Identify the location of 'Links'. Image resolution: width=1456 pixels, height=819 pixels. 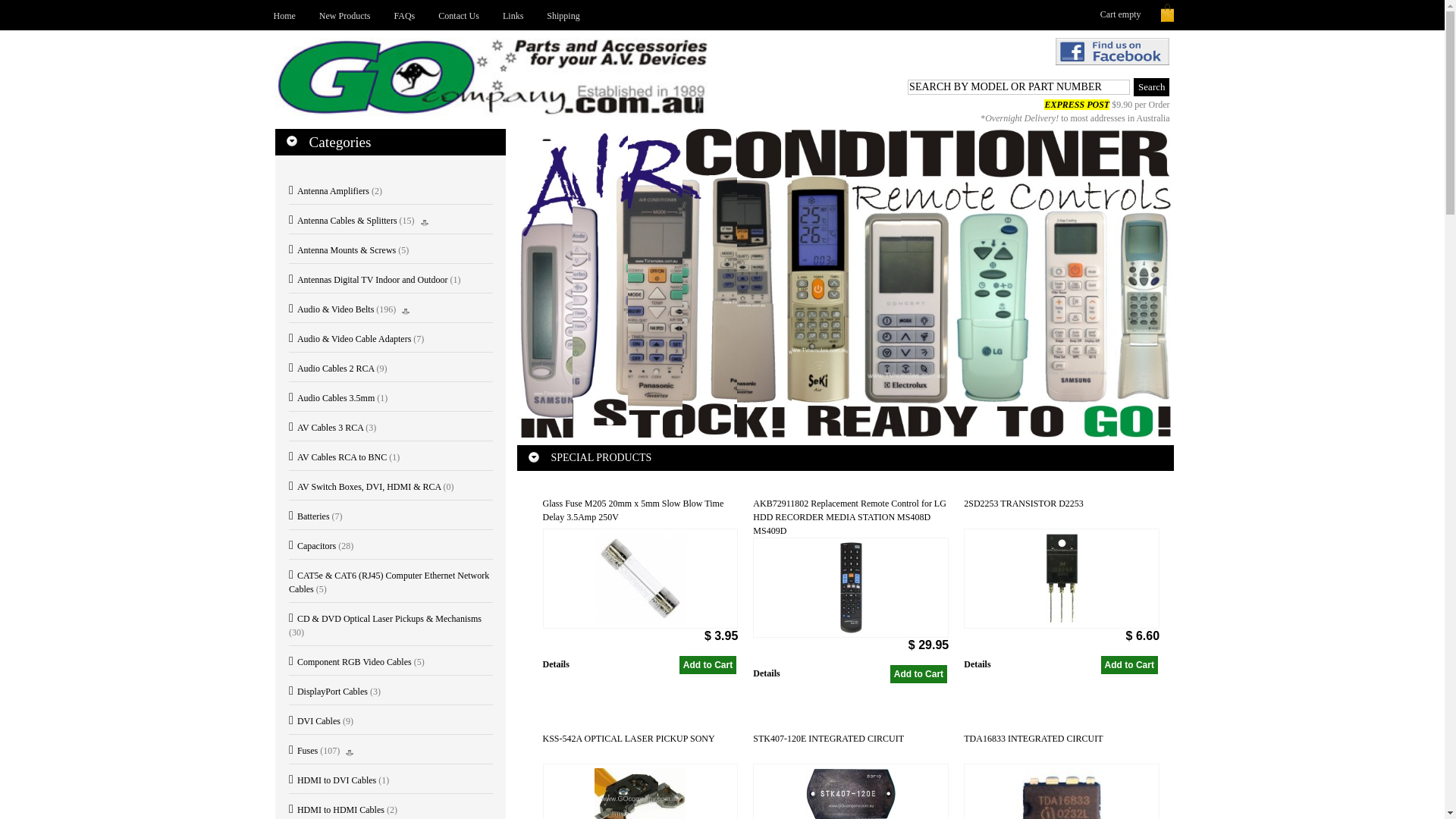
(513, 14).